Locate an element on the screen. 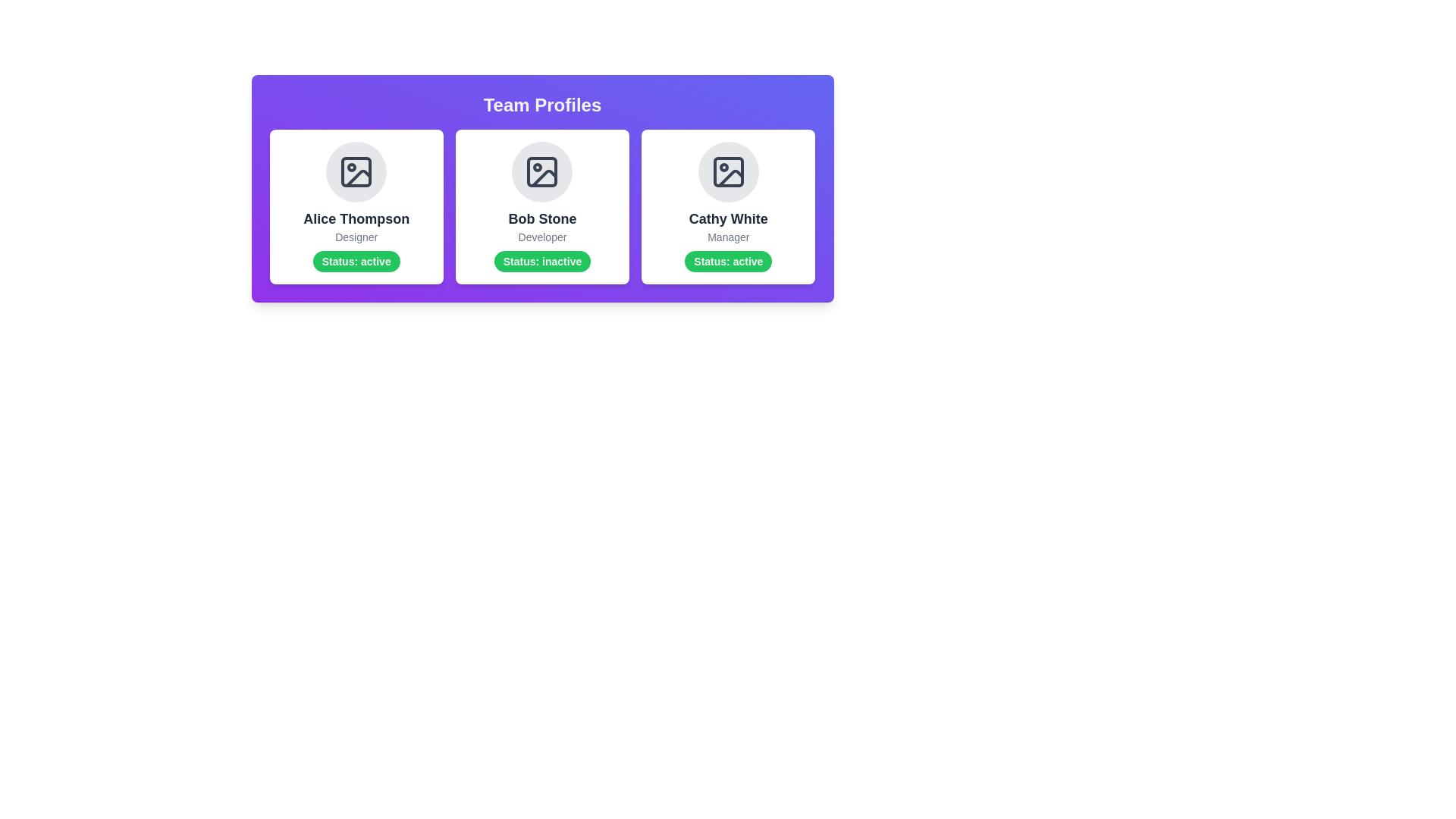 The image size is (1456, 819). the circular avatar image placeholder for 'Bob Stone' is located at coordinates (542, 171).